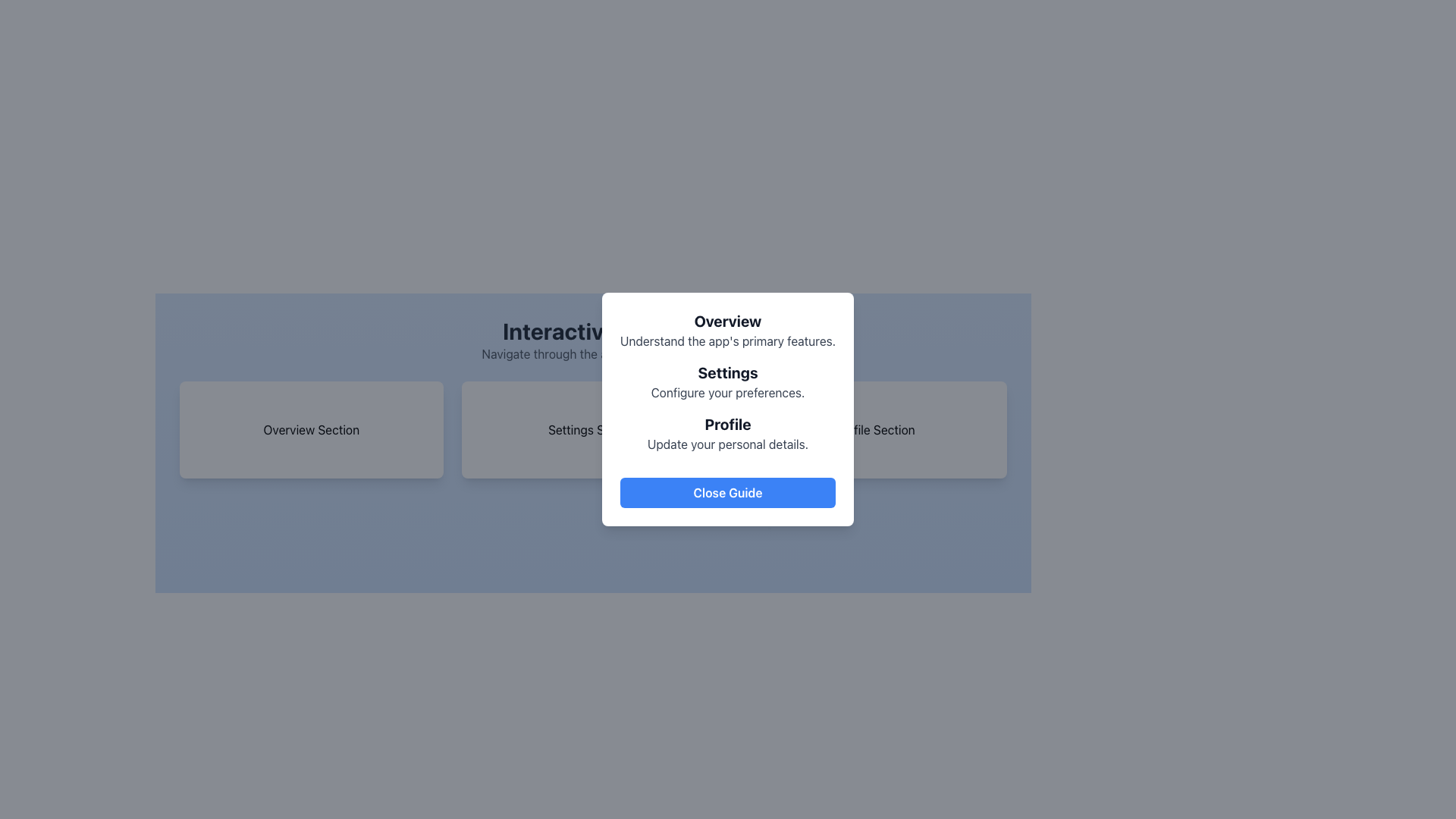 The width and height of the screenshot is (1456, 819). I want to click on the 'Settings' text display element, which features a bold heading, so click(728, 381).